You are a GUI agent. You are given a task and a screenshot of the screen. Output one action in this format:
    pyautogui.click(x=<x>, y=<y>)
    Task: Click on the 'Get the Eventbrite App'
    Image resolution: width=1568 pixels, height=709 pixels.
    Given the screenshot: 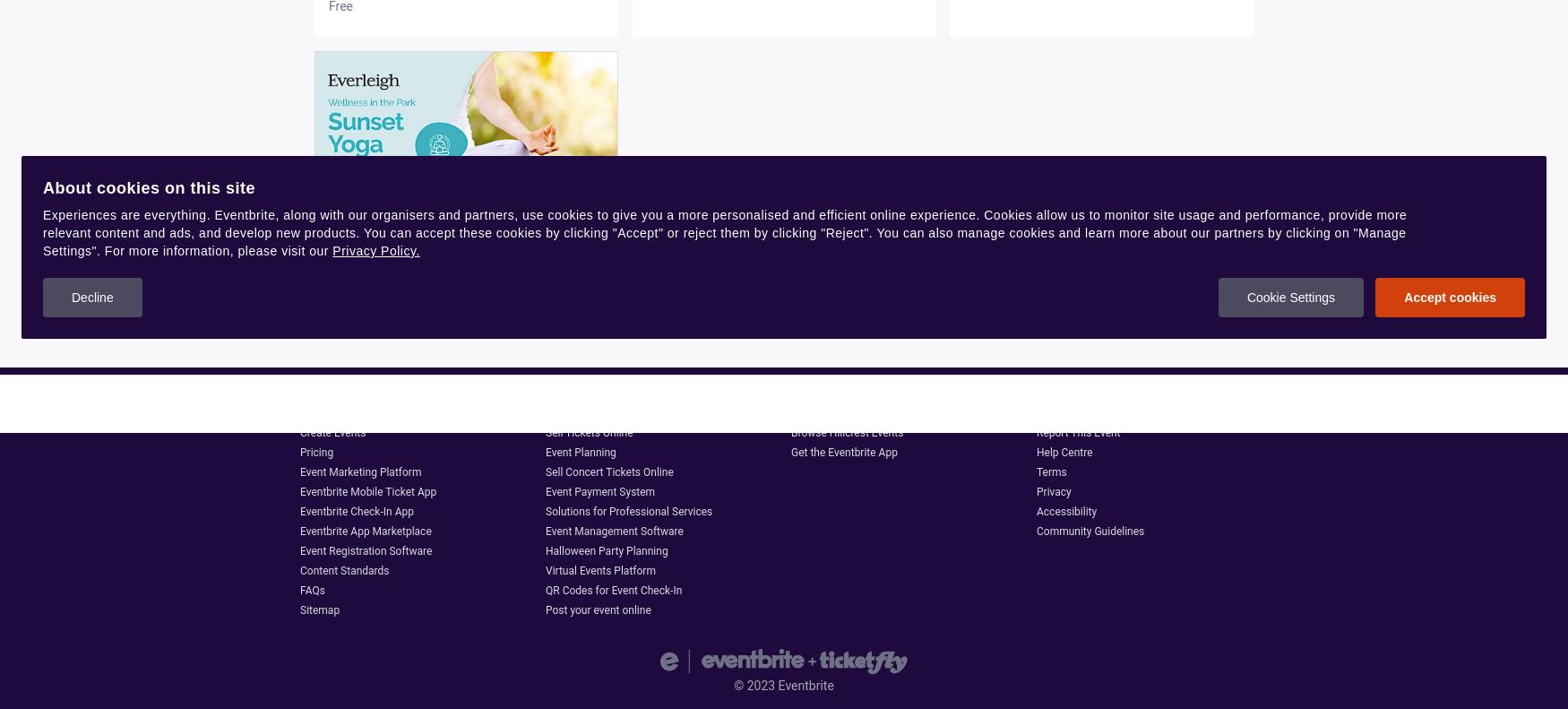 What is the action you would take?
    pyautogui.click(x=790, y=451)
    